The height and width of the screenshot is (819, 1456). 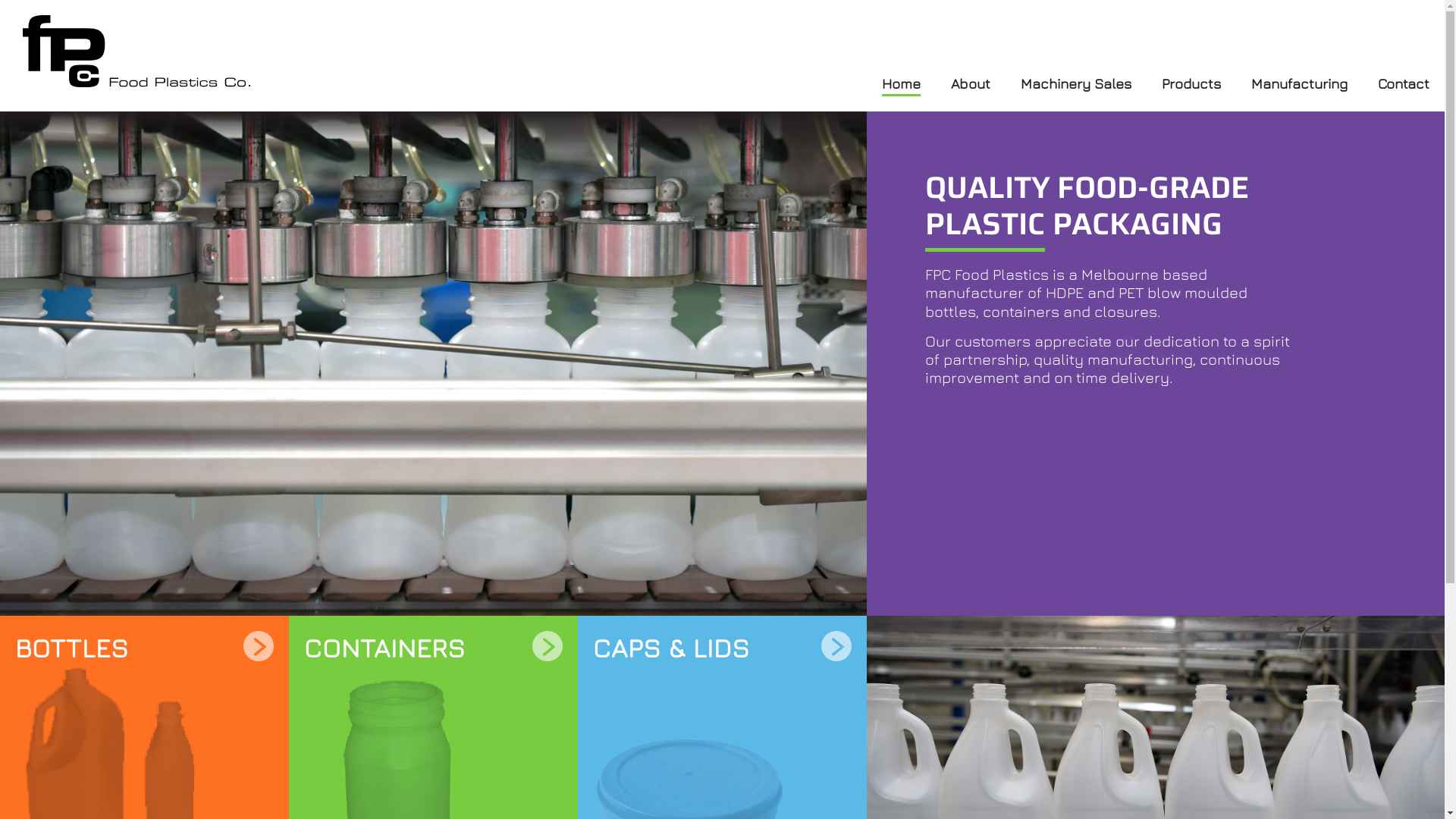 I want to click on 'Contact', so click(x=1403, y=84).